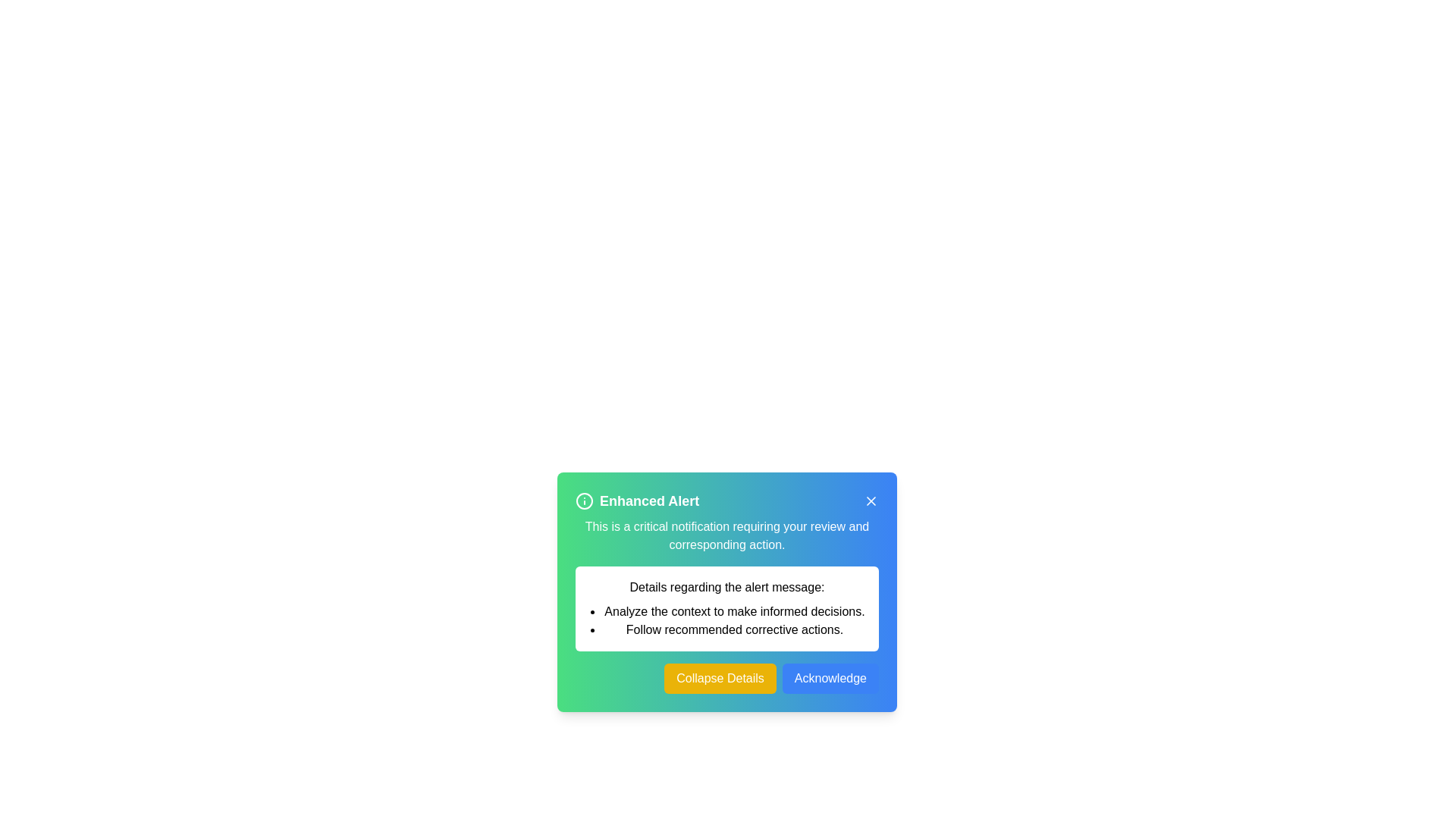 The width and height of the screenshot is (1456, 819). What do you see at coordinates (871, 500) in the screenshot?
I see `the close button/icon located at the top-right corner of the alert box to change its color and appearance` at bounding box center [871, 500].